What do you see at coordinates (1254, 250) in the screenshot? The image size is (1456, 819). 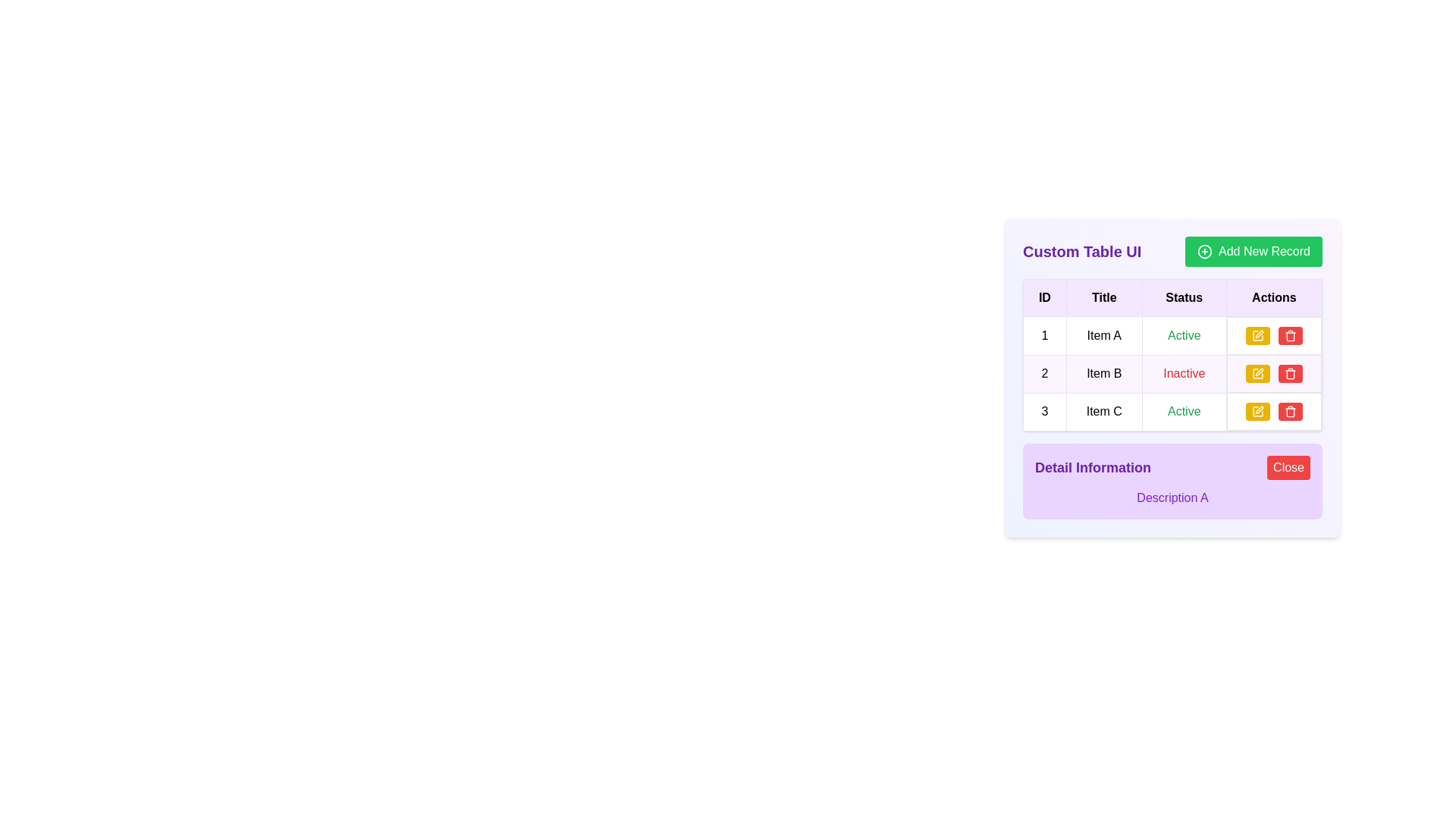 I see `the 'Add New Record' button located in the upper-right corner of the 'Custom Table UI' section` at bounding box center [1254, 250].